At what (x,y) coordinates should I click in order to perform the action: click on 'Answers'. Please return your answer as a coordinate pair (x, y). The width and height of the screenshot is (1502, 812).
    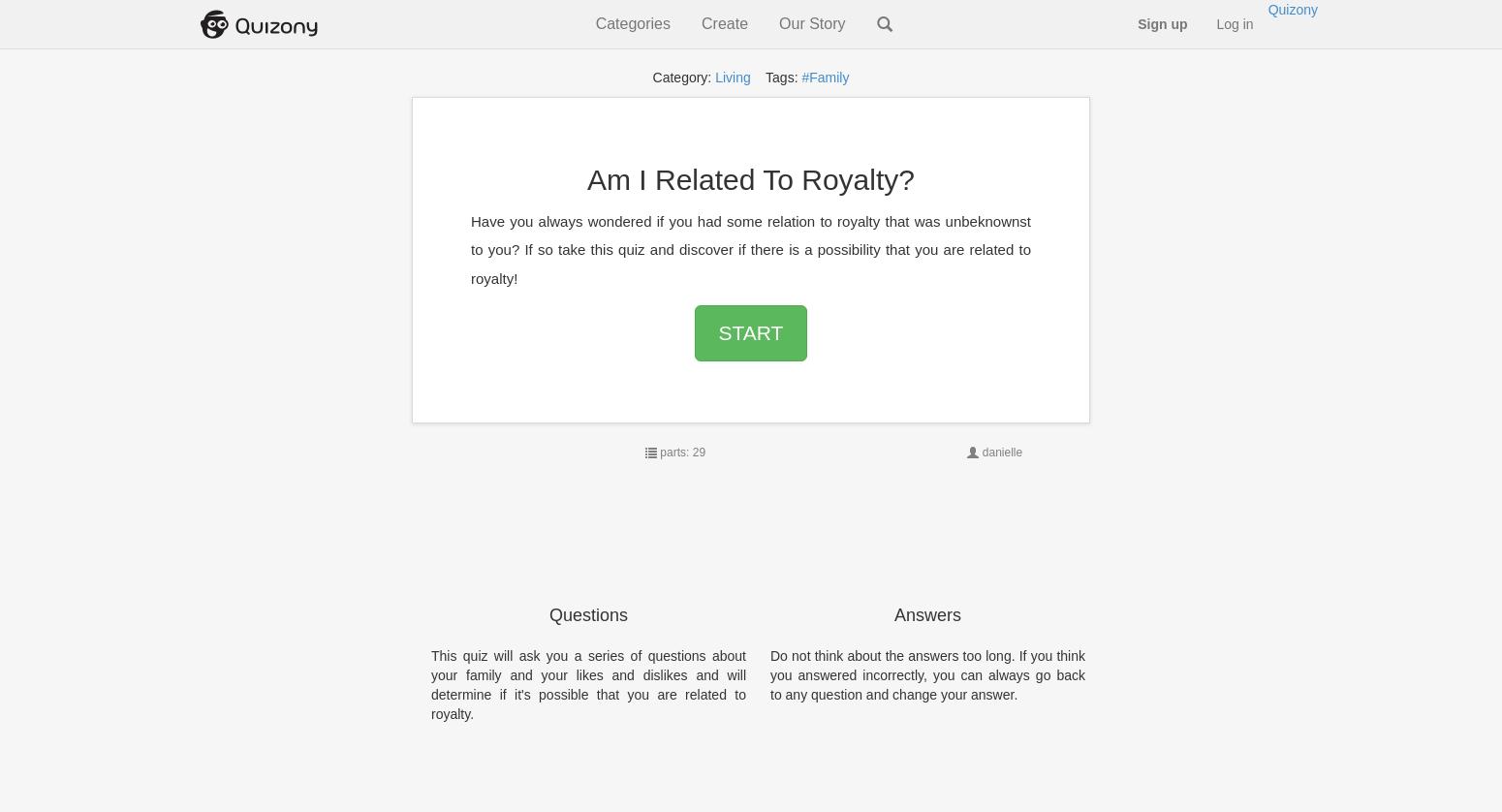
    Looking at the image, I should click on (925, 614).